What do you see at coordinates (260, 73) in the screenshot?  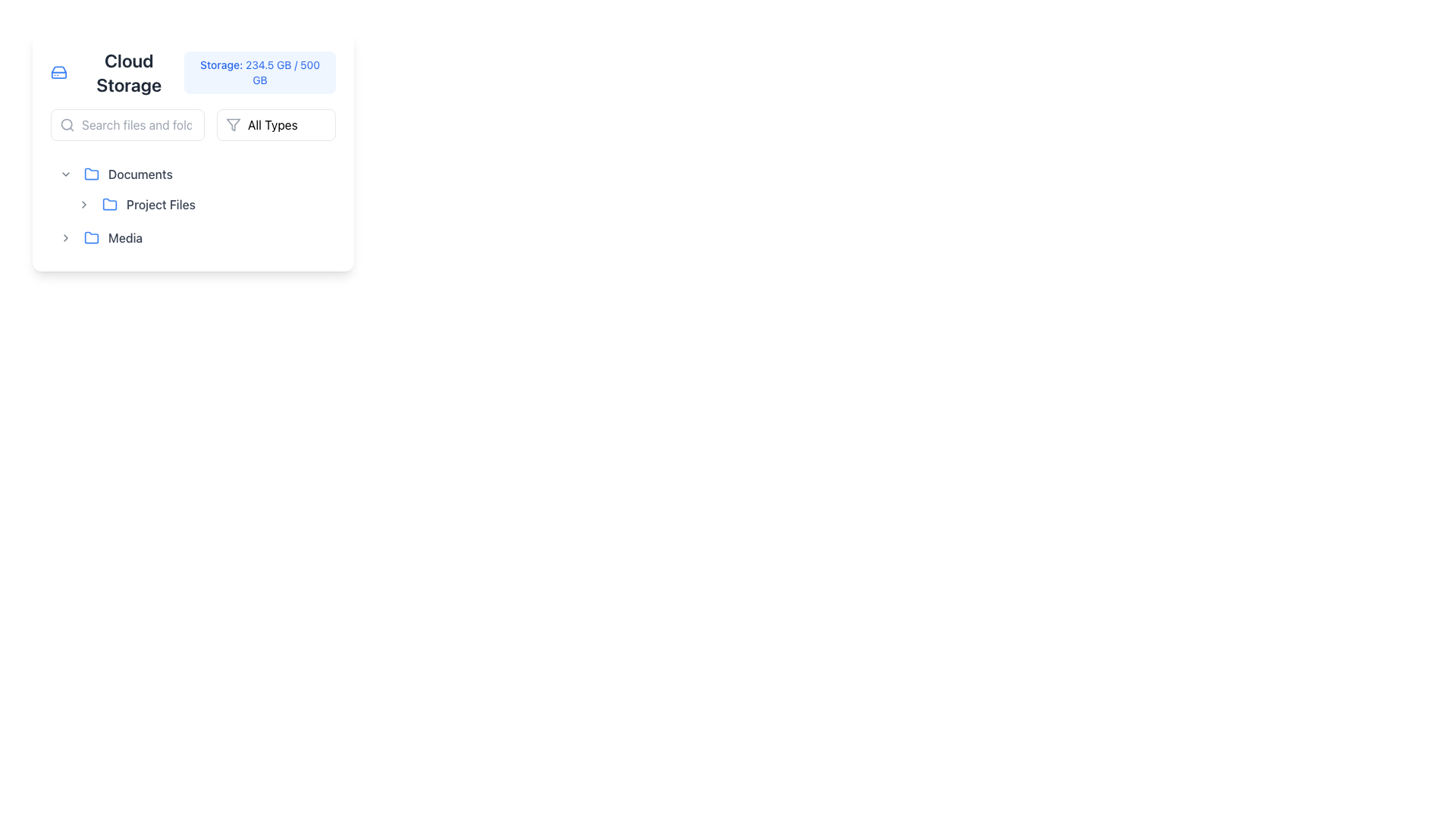 I see `storage information displayed in blue text on a light blue rounded background labeled 'Storage:' followed by '234.5 GB / 500 GB'` at bounding box center [260, 73].